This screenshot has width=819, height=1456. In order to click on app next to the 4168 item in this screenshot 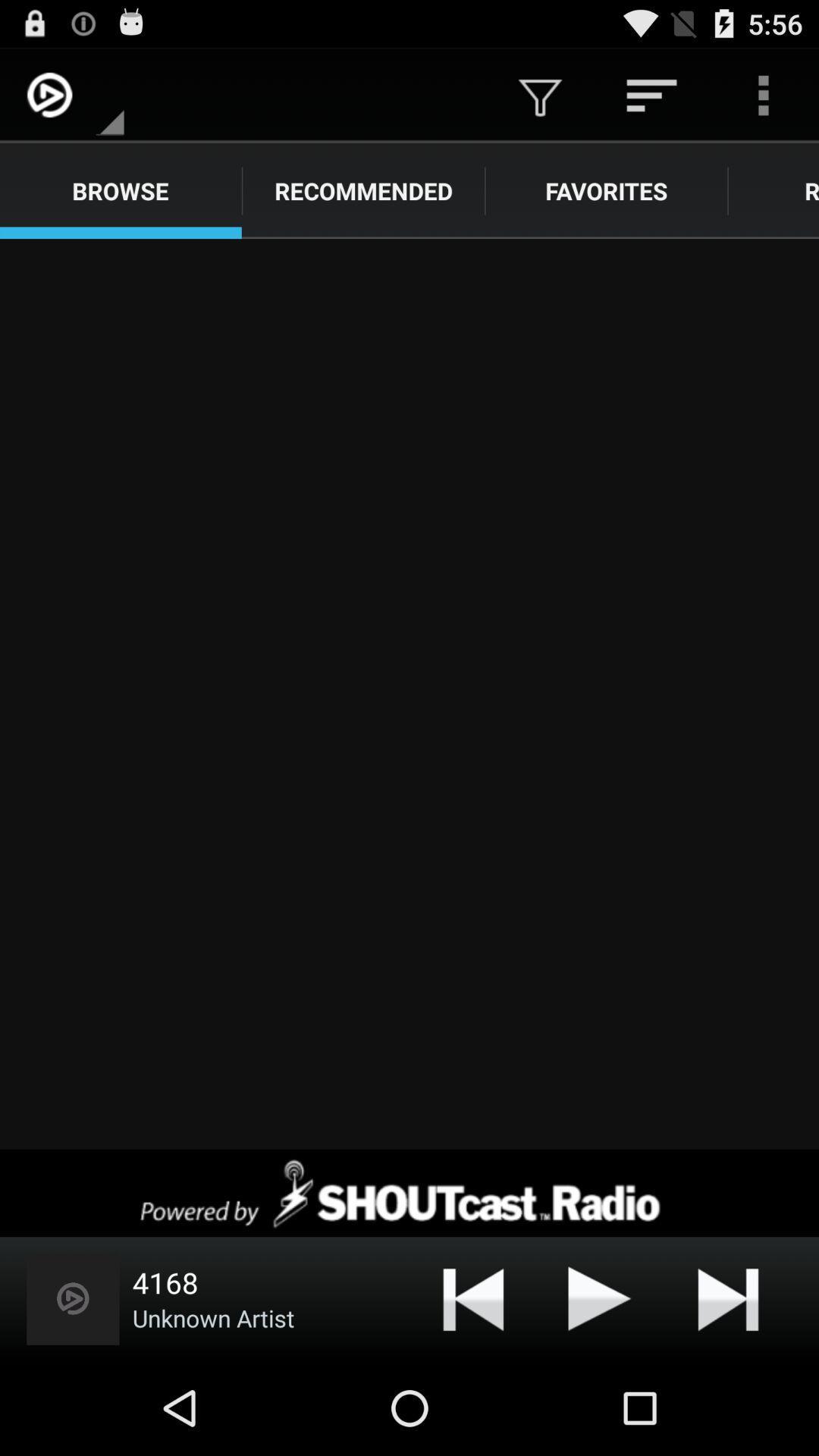, I will do `click(73, 1298)`.